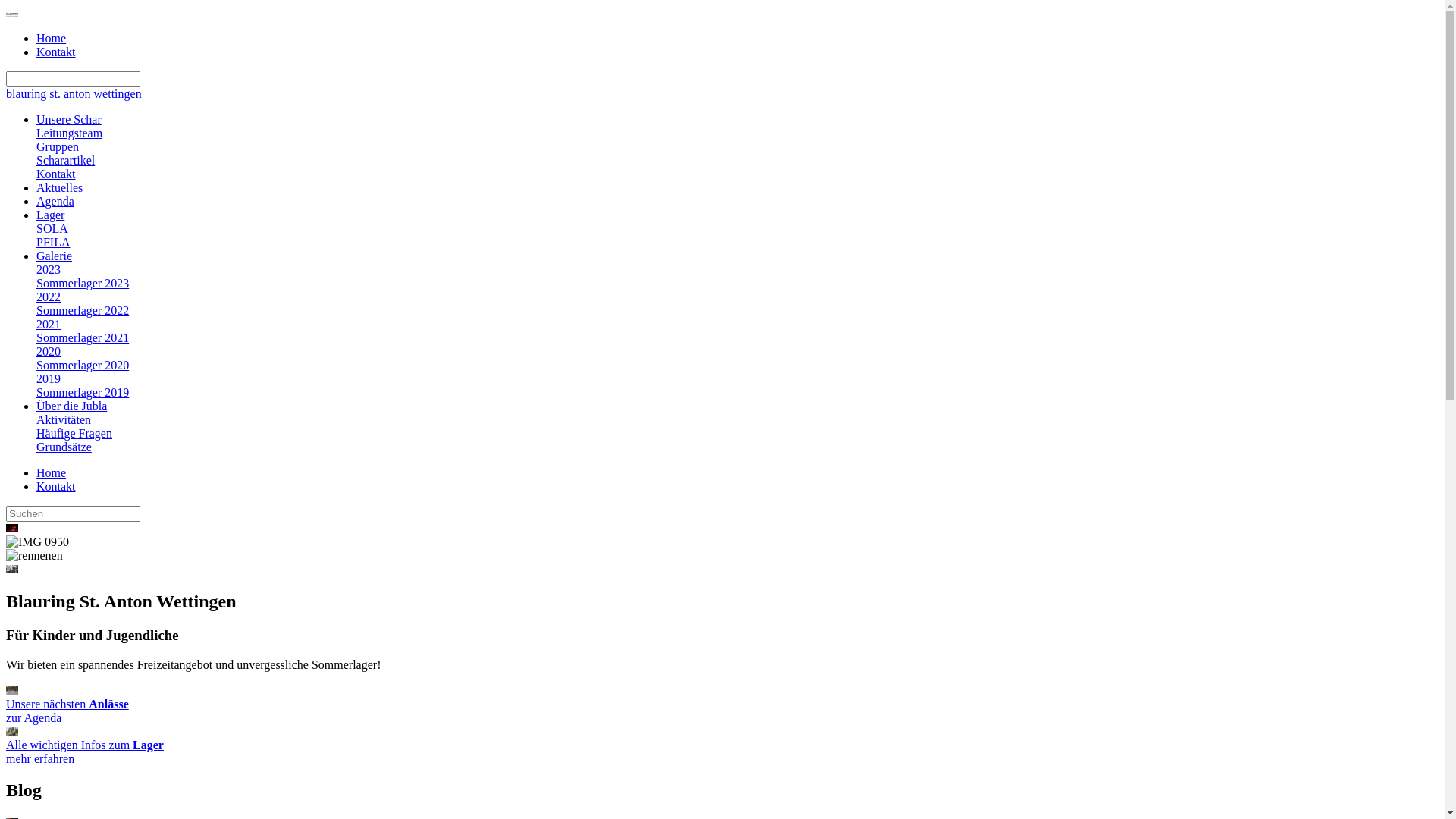 This screenshot has height=819, width=1456. What do you see at coordinates (11, 690) in the screenshot?
I see `'zur Agenda'` at bounding box center [11, 690].